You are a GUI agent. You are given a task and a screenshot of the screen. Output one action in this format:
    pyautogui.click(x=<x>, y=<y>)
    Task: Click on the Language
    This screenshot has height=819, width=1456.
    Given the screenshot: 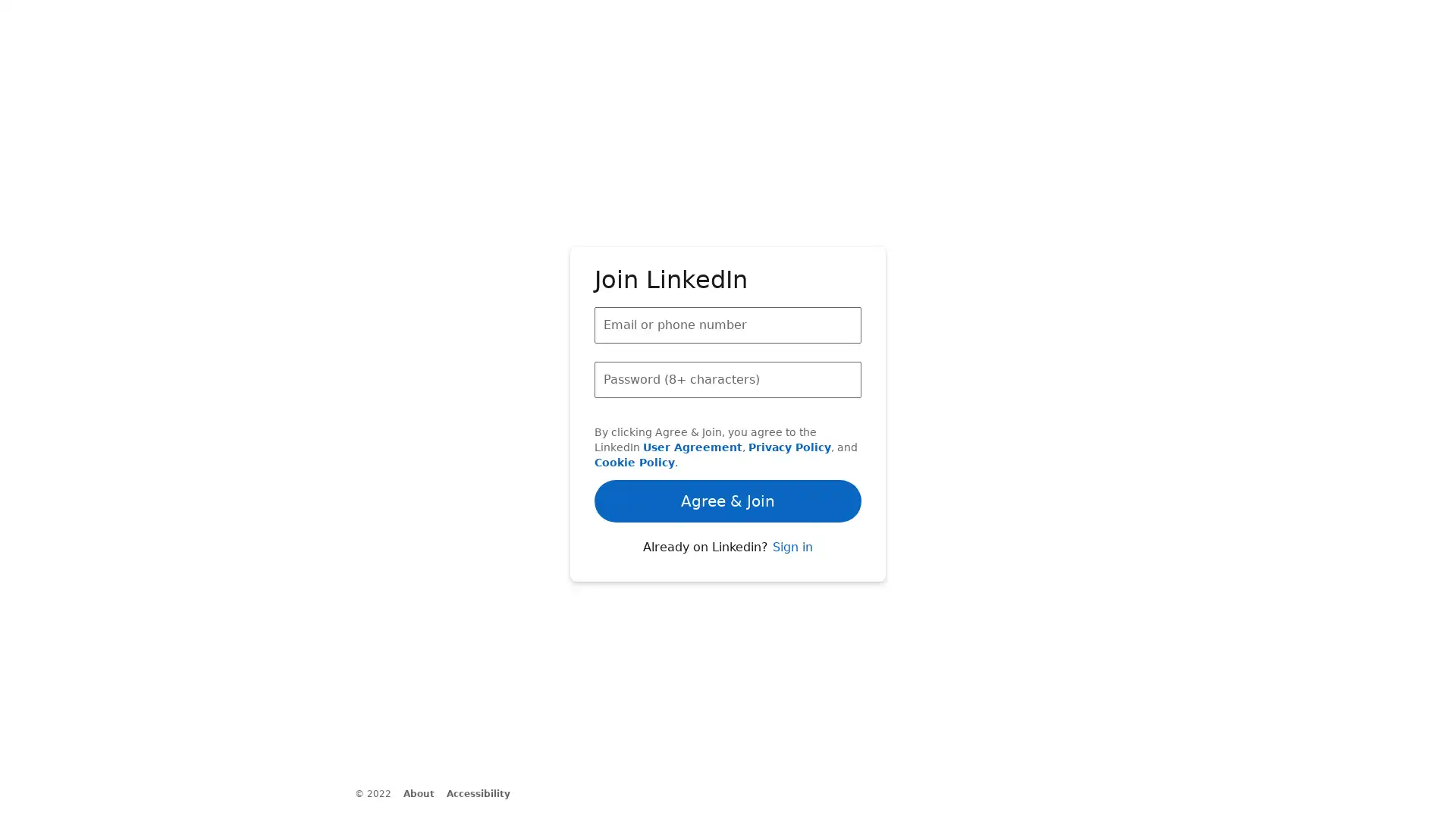 What is the action you would take?
    pyautogui.click(x=469, y=804)
    